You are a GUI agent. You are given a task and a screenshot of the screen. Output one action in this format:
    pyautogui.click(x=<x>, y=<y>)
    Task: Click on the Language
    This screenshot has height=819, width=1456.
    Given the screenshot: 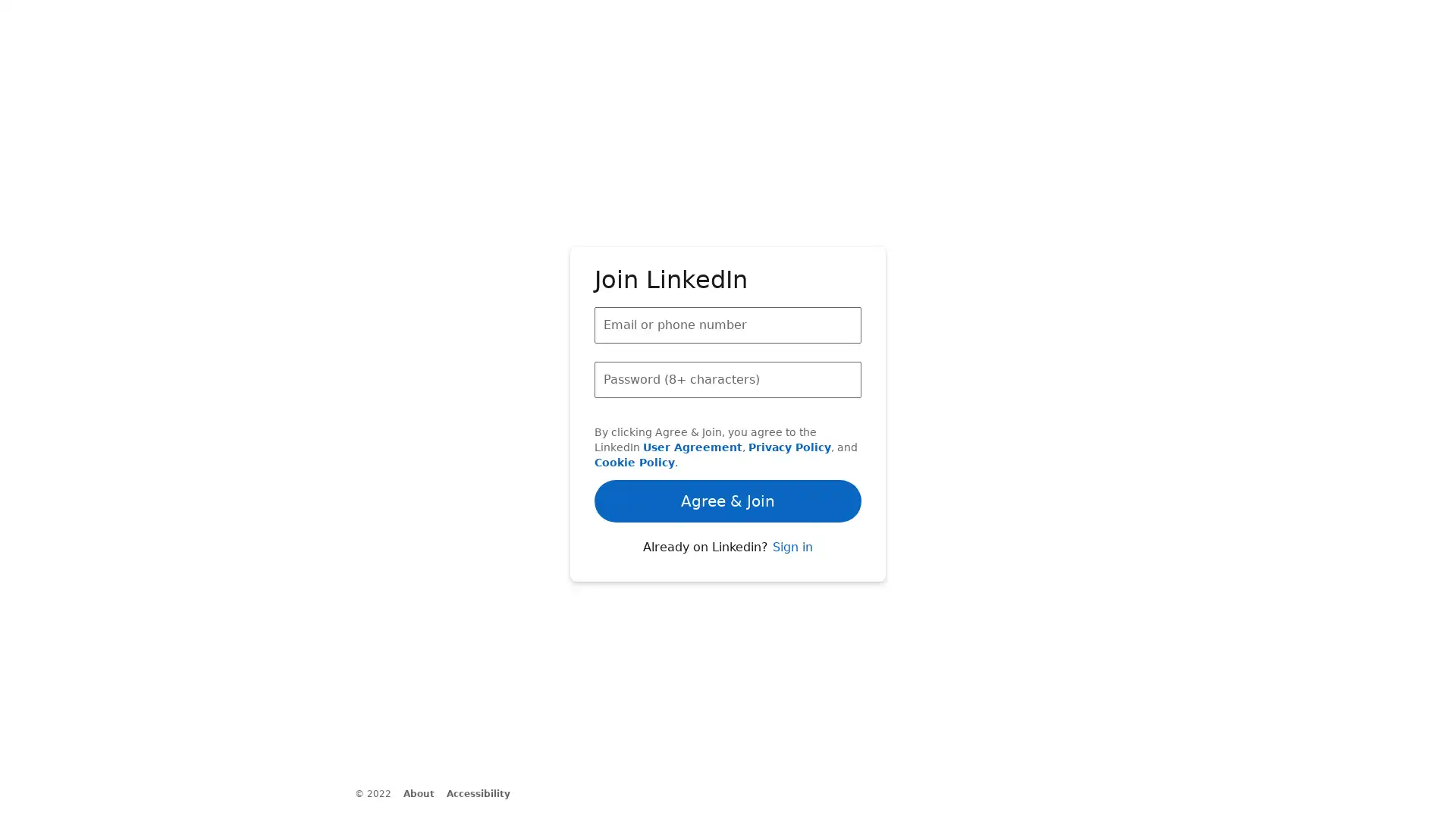 What is the action you would take?
    pyautogui.click(x=469, y=804)
    